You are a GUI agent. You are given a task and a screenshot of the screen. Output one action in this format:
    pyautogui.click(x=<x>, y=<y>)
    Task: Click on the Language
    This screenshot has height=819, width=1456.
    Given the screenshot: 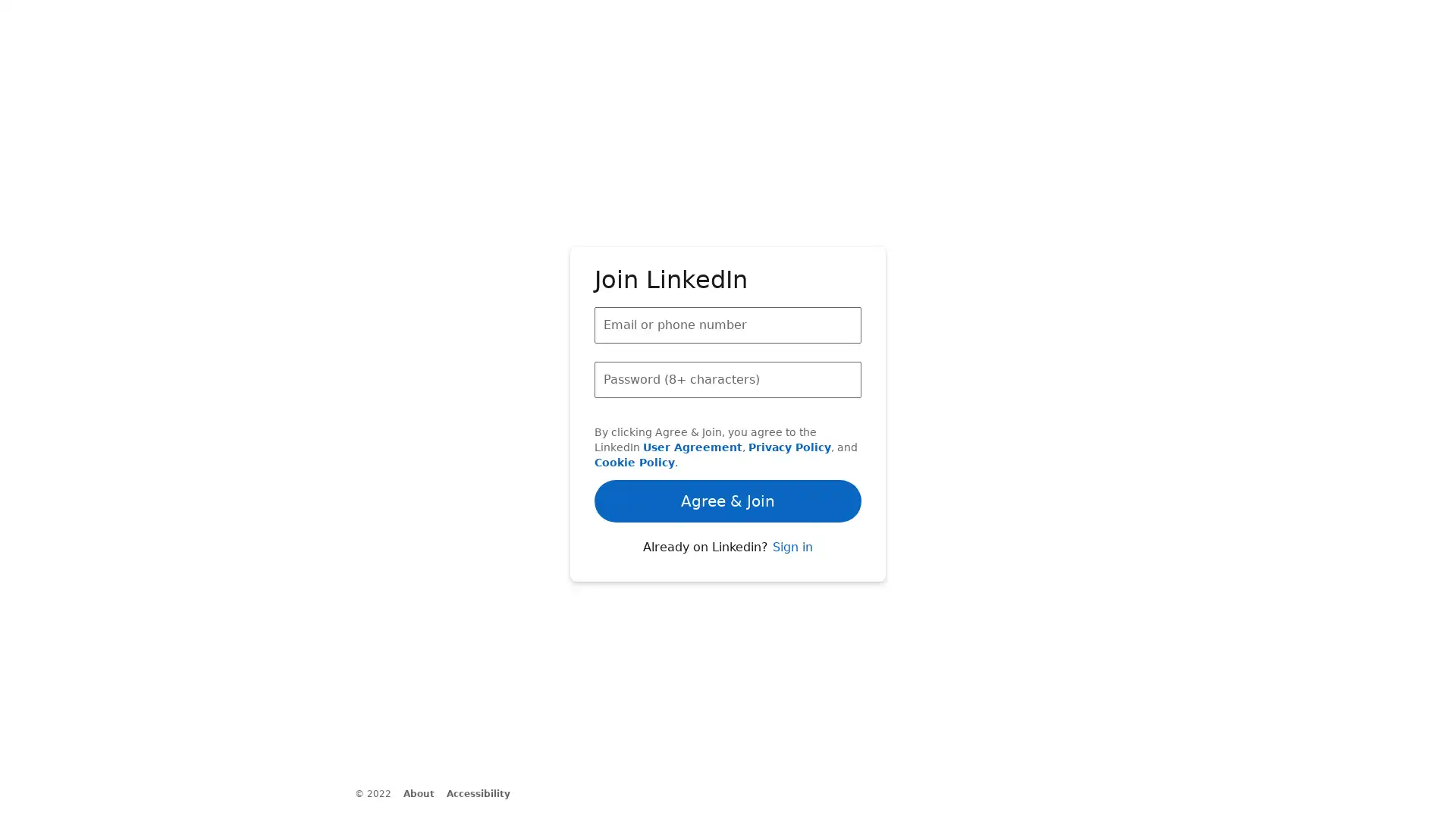 What is the action you would take?
    pyautogui.click(x=469, y=804)
    